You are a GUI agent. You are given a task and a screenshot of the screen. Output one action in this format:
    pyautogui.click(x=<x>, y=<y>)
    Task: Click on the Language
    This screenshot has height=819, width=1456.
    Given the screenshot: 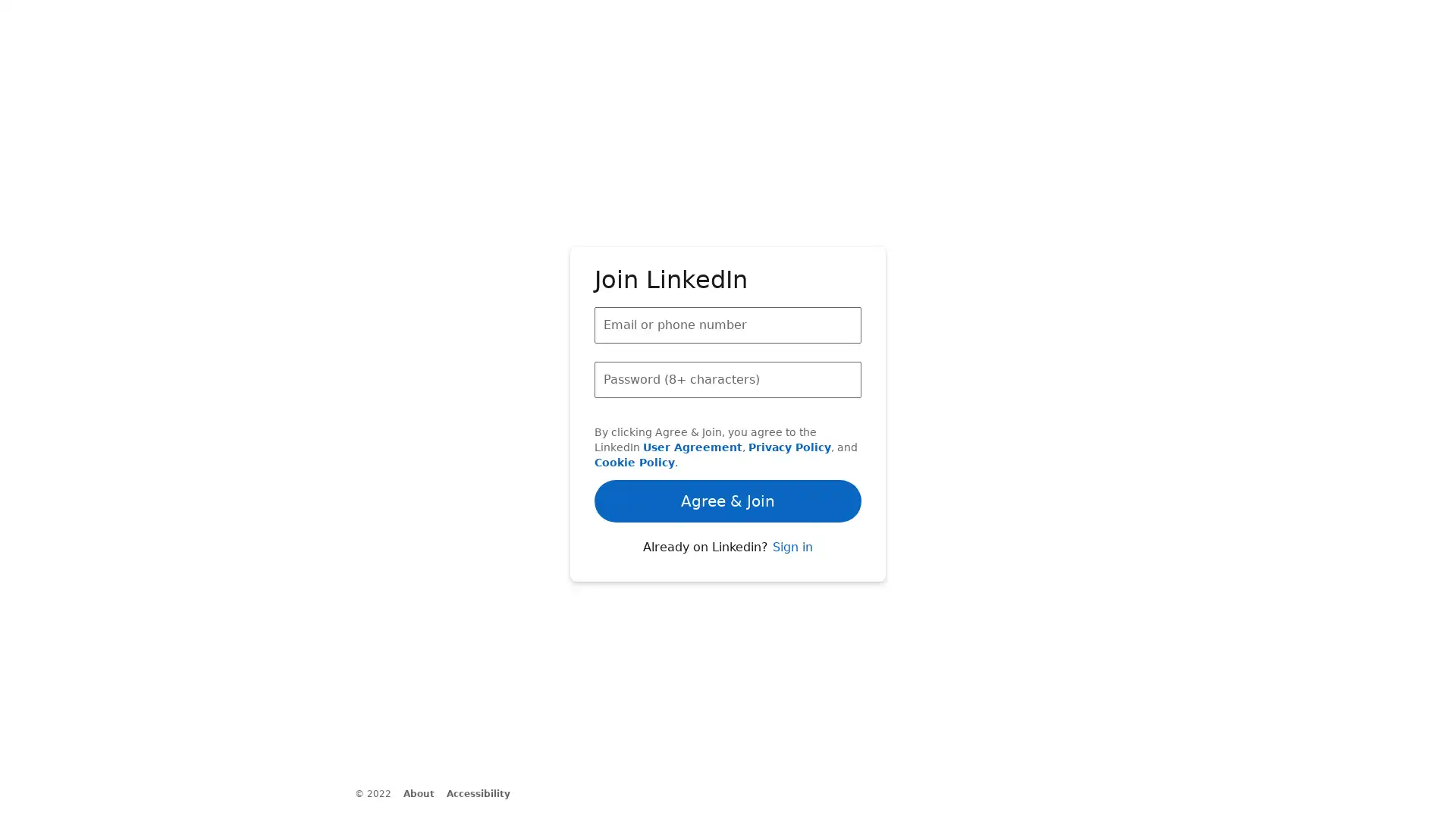 What is the action you would take?
    pyautogui.click(x=469, y=804)
    